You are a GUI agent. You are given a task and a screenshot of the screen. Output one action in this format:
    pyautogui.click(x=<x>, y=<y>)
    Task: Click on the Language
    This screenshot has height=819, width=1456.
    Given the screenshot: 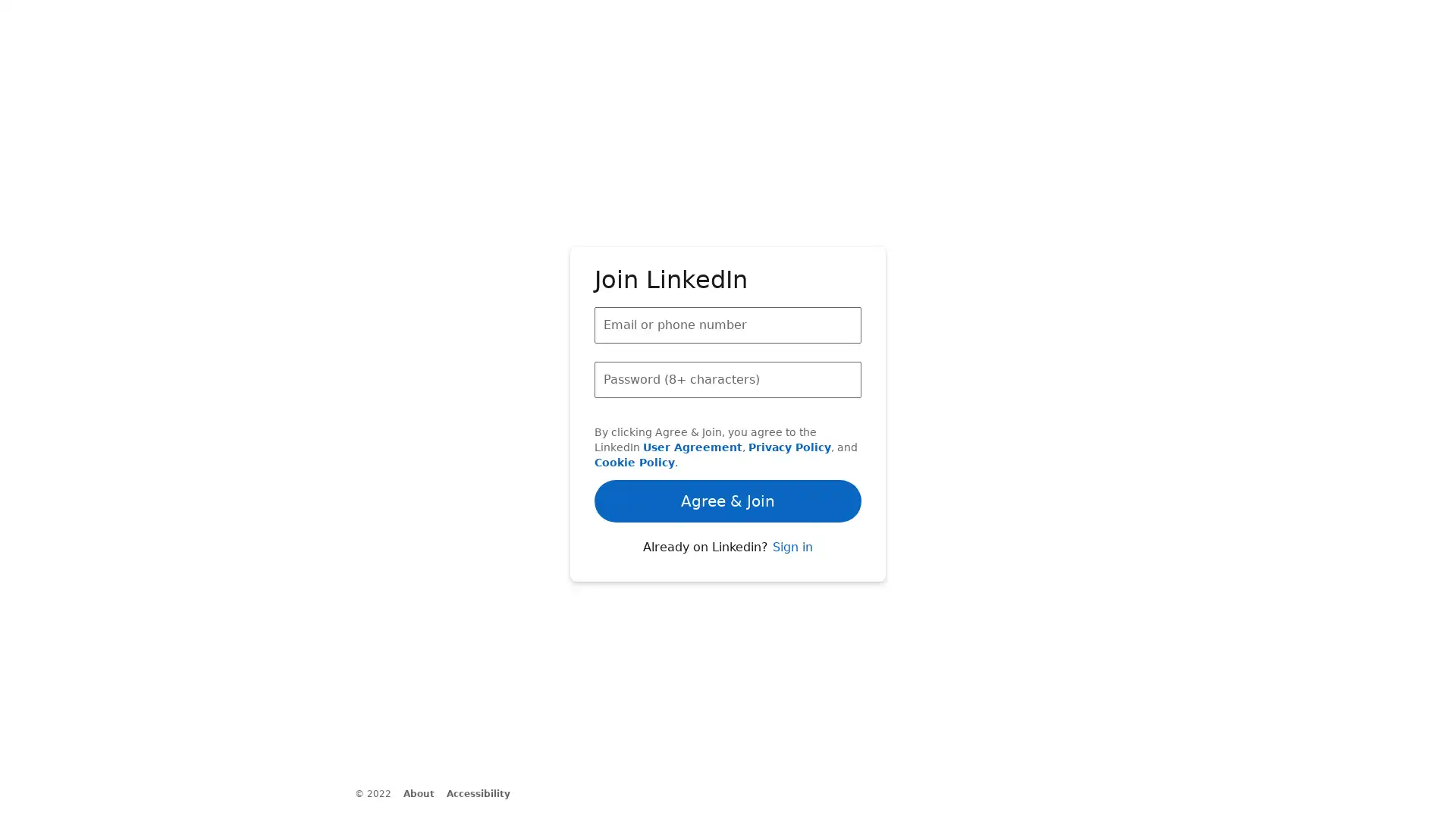 What is the action you would take?
    pyautogui.click(x=469, y=804)
    